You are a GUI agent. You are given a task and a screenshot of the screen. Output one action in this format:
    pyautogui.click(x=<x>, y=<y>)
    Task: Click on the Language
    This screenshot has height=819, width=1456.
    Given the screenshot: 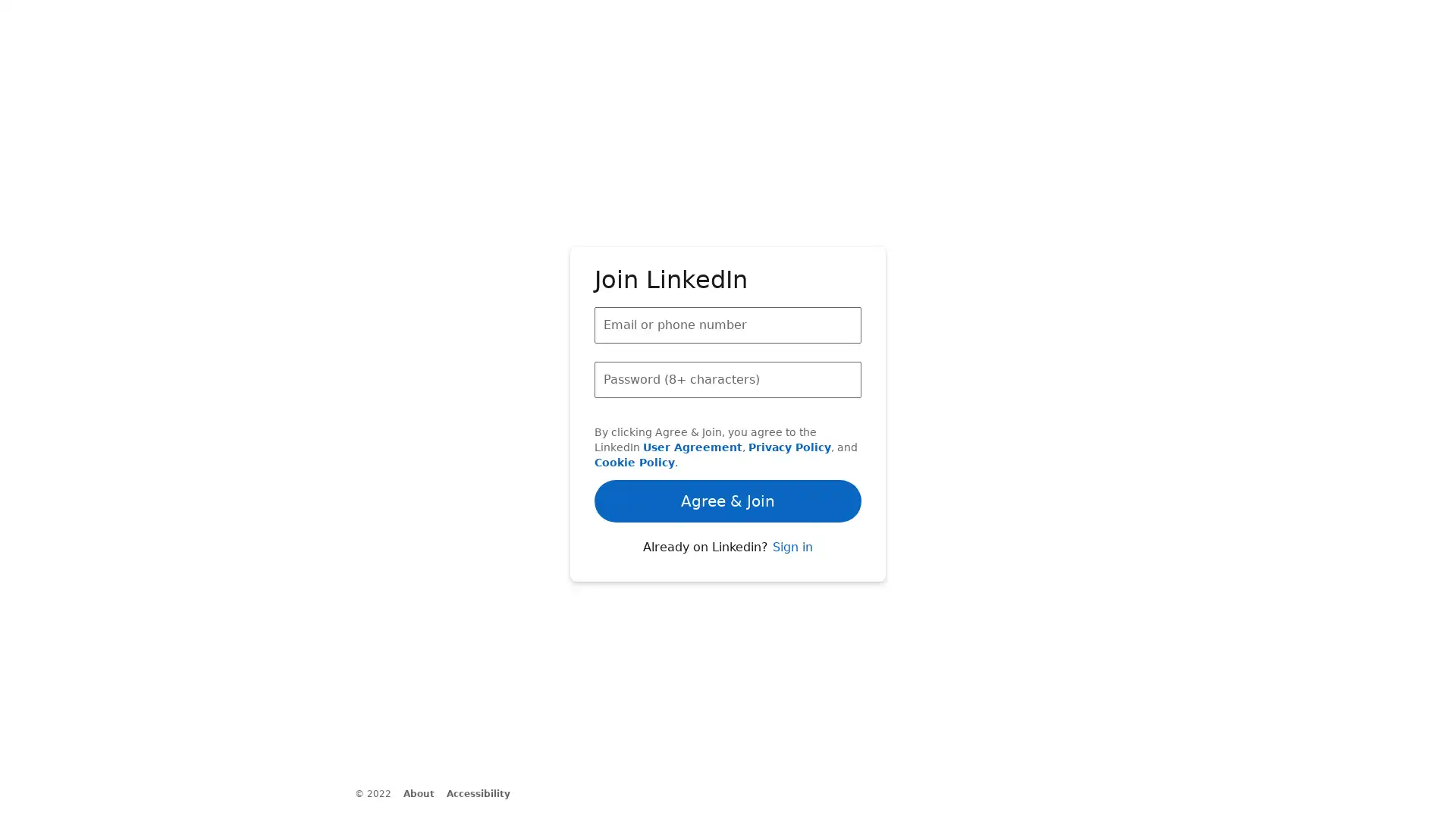 What is the action you would take?
    pyautogui.click(x=469, y=804)
    